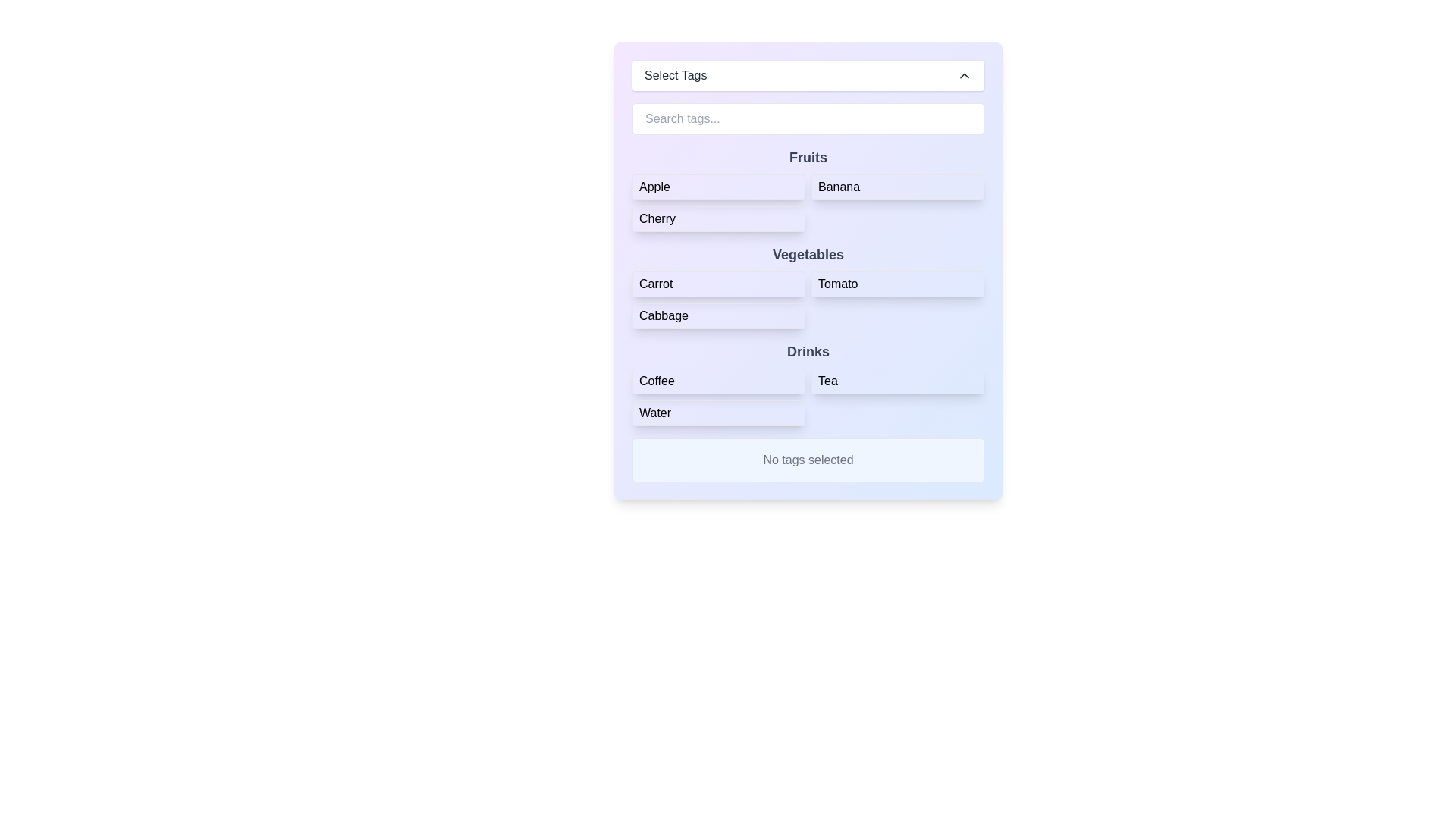  Describe the element at coordinates (807, 382) in the screenshot. I see `the Section with selectable tags for drink options (Coffee, Tea, Water)` at that location.